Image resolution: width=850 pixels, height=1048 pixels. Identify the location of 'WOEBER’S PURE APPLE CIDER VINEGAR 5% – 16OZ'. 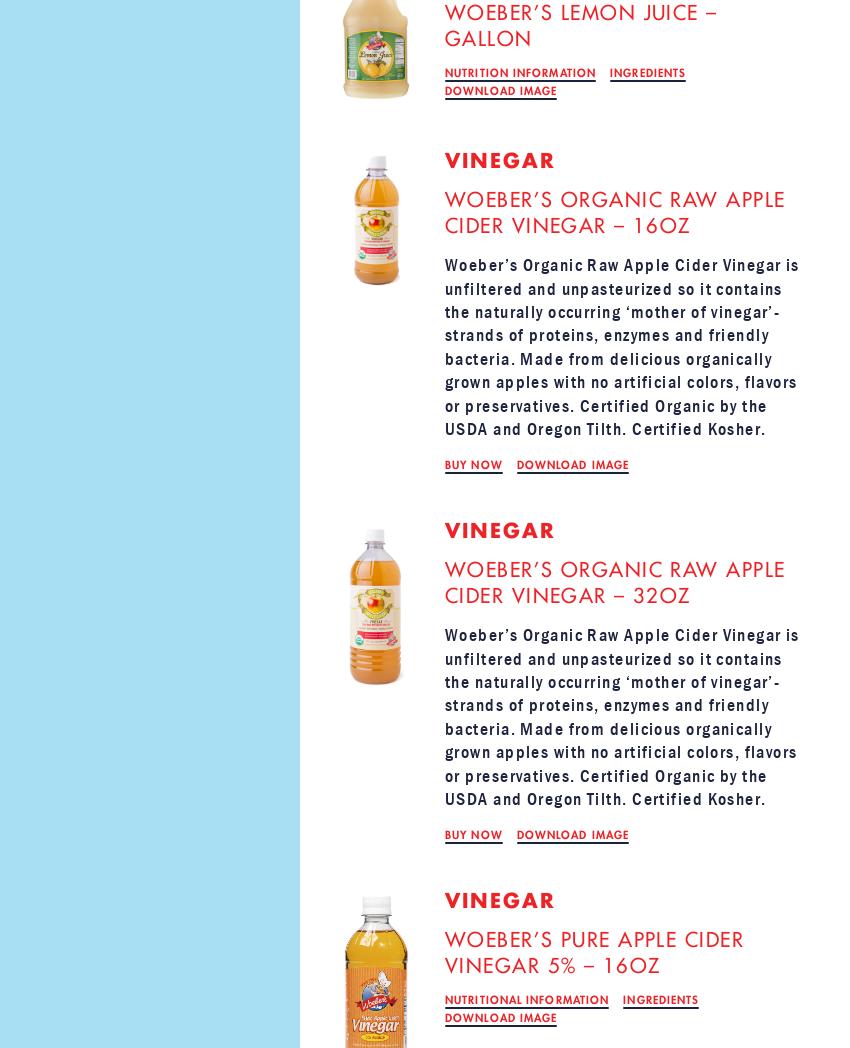
(594, 953).